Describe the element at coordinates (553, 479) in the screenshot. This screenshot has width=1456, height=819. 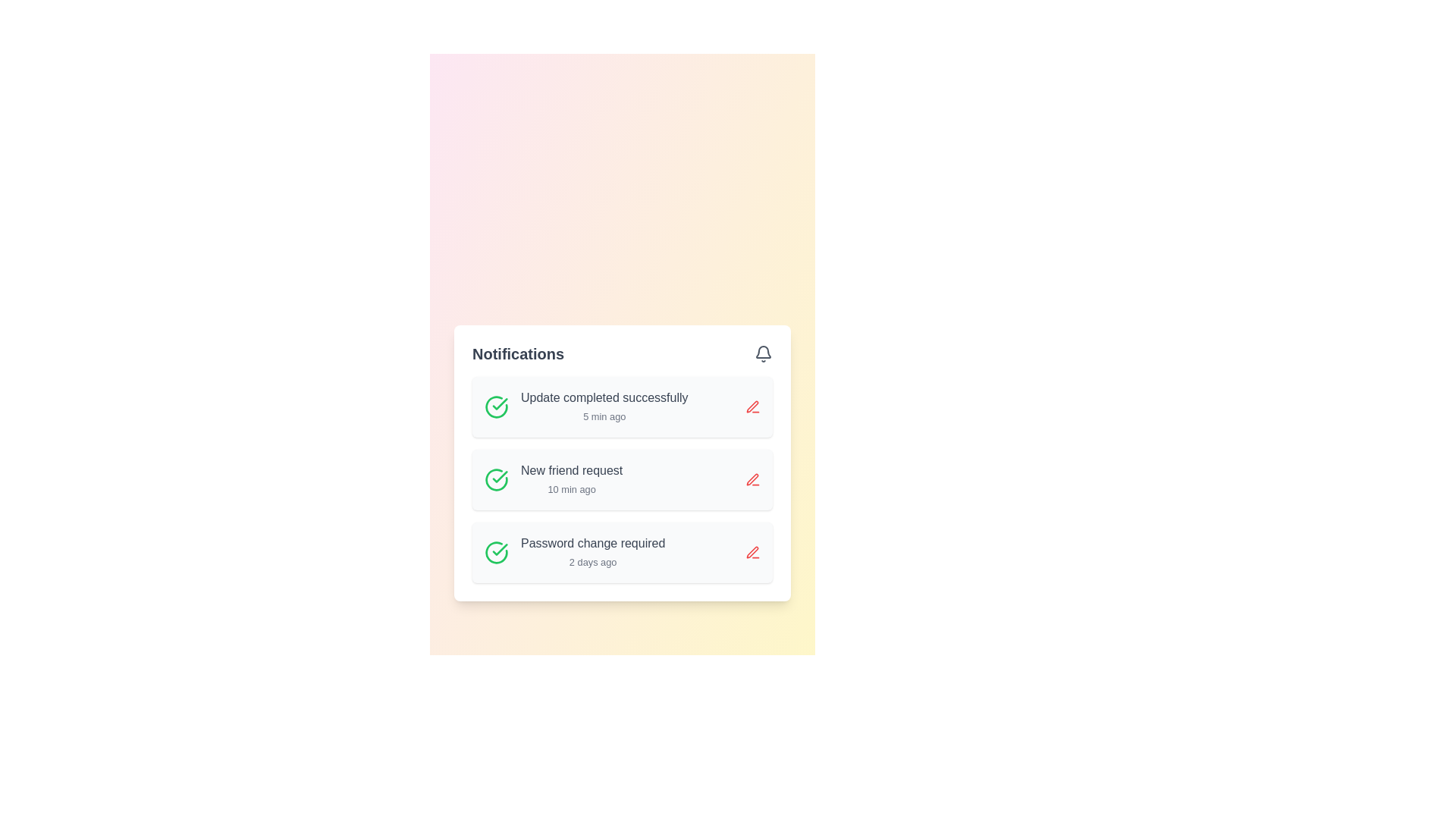
I see `the Notification Entry element that displays 'New friend request' with a timestamp of '10 min ago', which is the second entry in a list of notifications` at that location.